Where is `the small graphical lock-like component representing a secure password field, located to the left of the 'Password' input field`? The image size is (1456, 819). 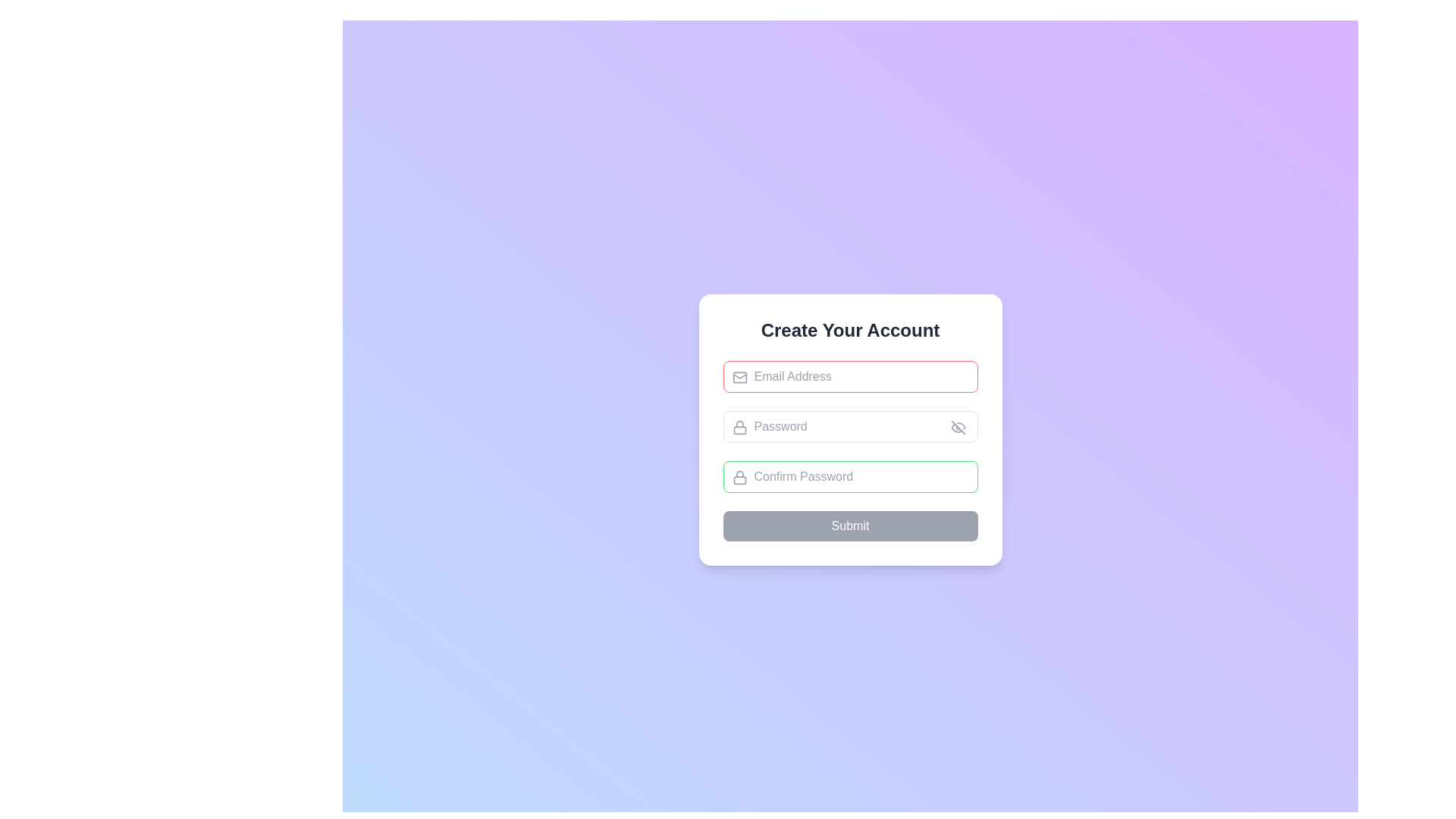
the small graphical lock-like component representing a secure password field, located to the left of the 'Password' input field is located at coordinates (739, 430).